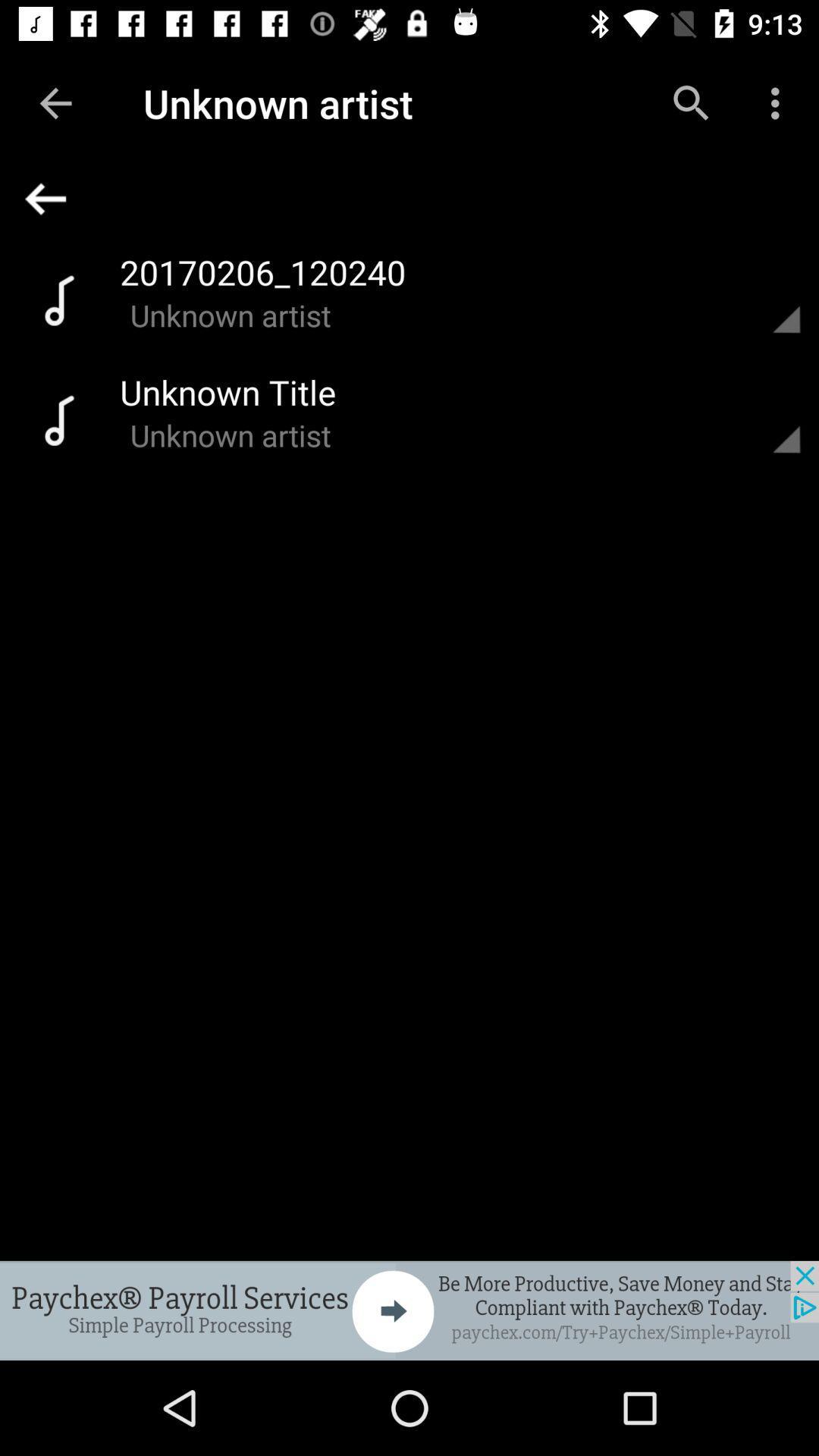 The height and width of the screenshot is (1456, 819). I want to click on advertisements banner, so click(409, 1310).